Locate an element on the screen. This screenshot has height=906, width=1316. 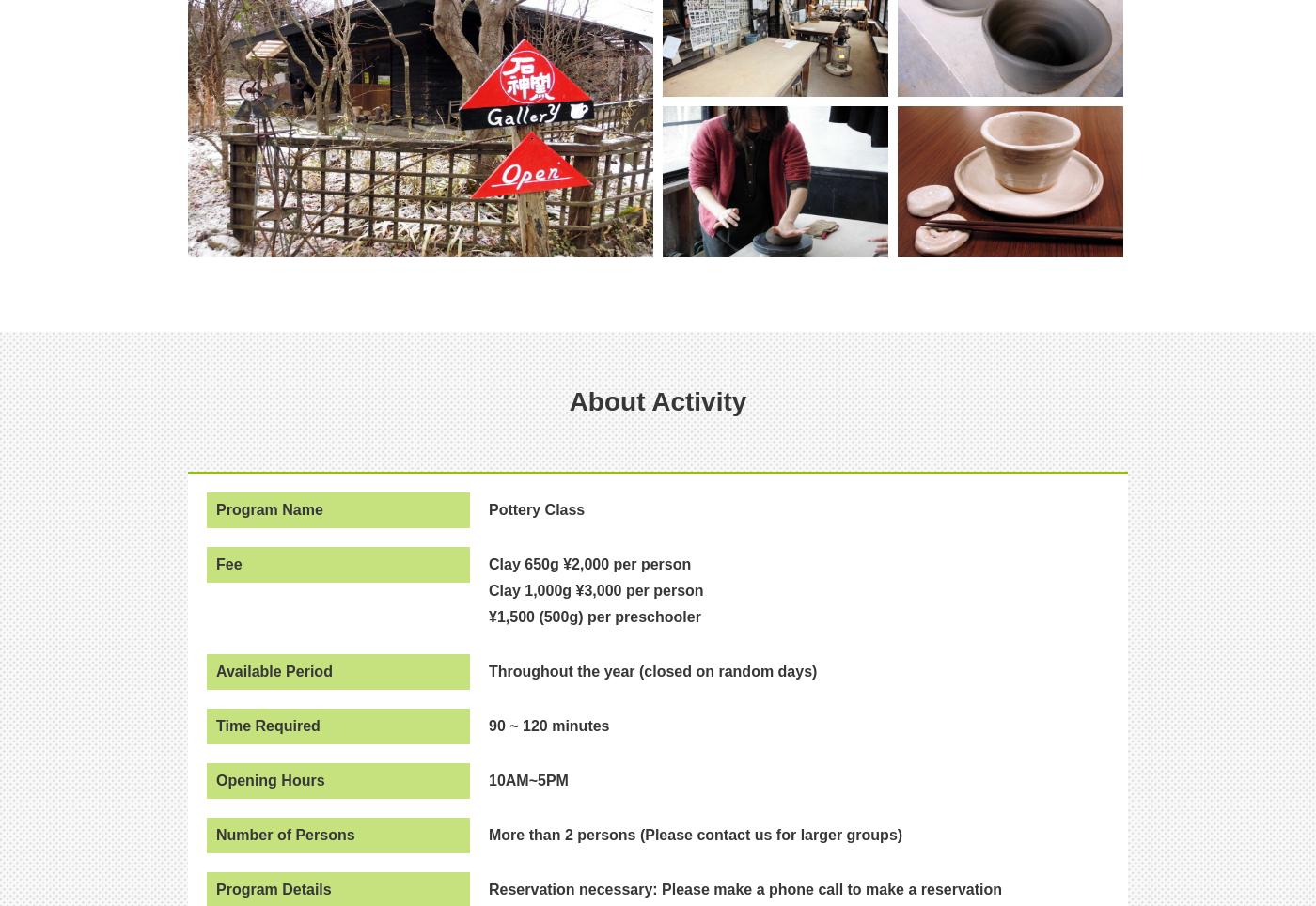
'Fee' is located at coordinates (216, 562).